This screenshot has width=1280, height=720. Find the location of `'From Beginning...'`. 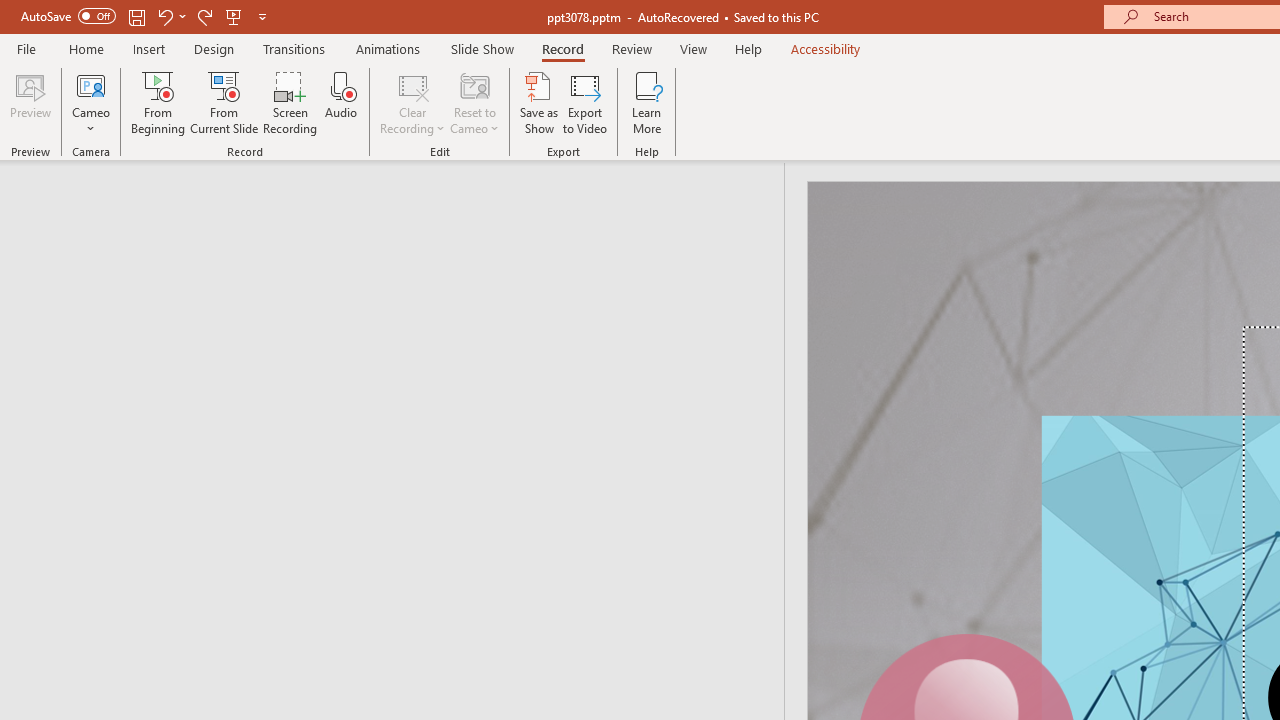

'From Beginning...' is located at coordinates (157, 103).